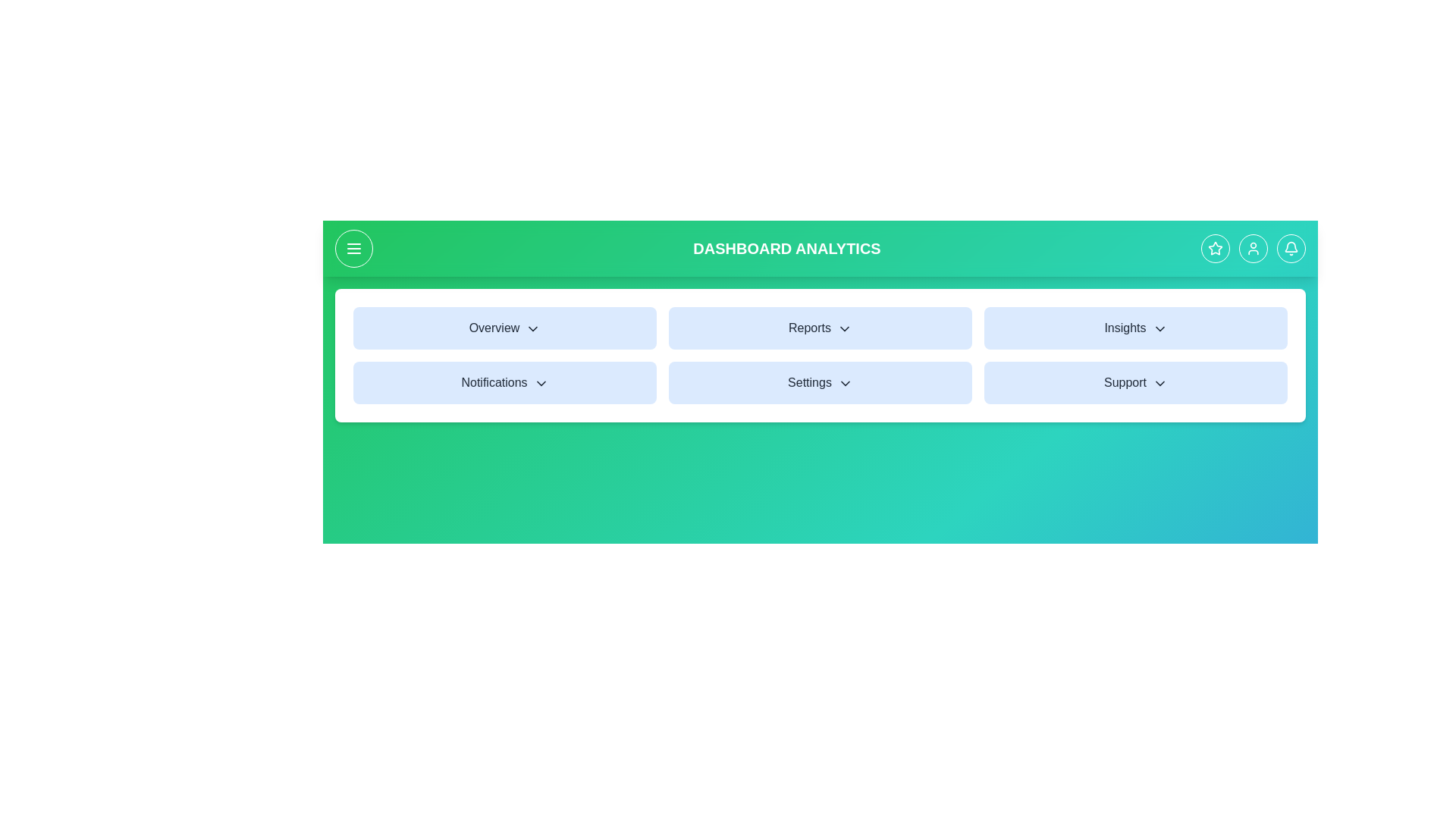 The width and height of the screenshot is (1456, 819). I want to click on the Star icon in the top right corner, so click(1216, 247).